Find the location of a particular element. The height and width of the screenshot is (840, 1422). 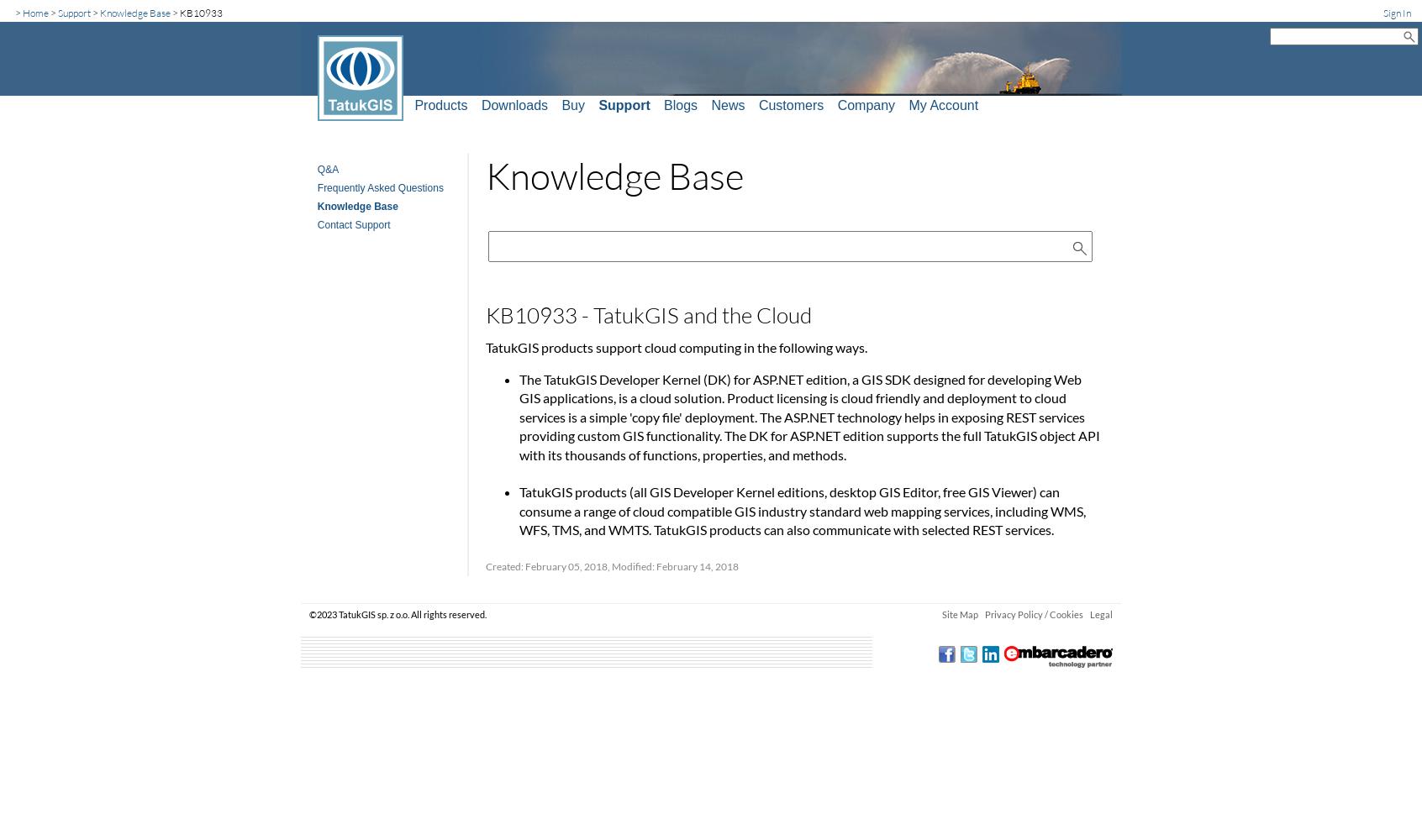

'TatukGIS products (all GIS Developer Kernel editions, desktop GIS Editor, free GIS Viewer) can consume a range of cloud compatible GIS industry standard web mapping services, including WMS, WFS, TMS, and WMTS. TatukGIS products can also communicate with selected REST services.' is located at coordinates (518, 510).